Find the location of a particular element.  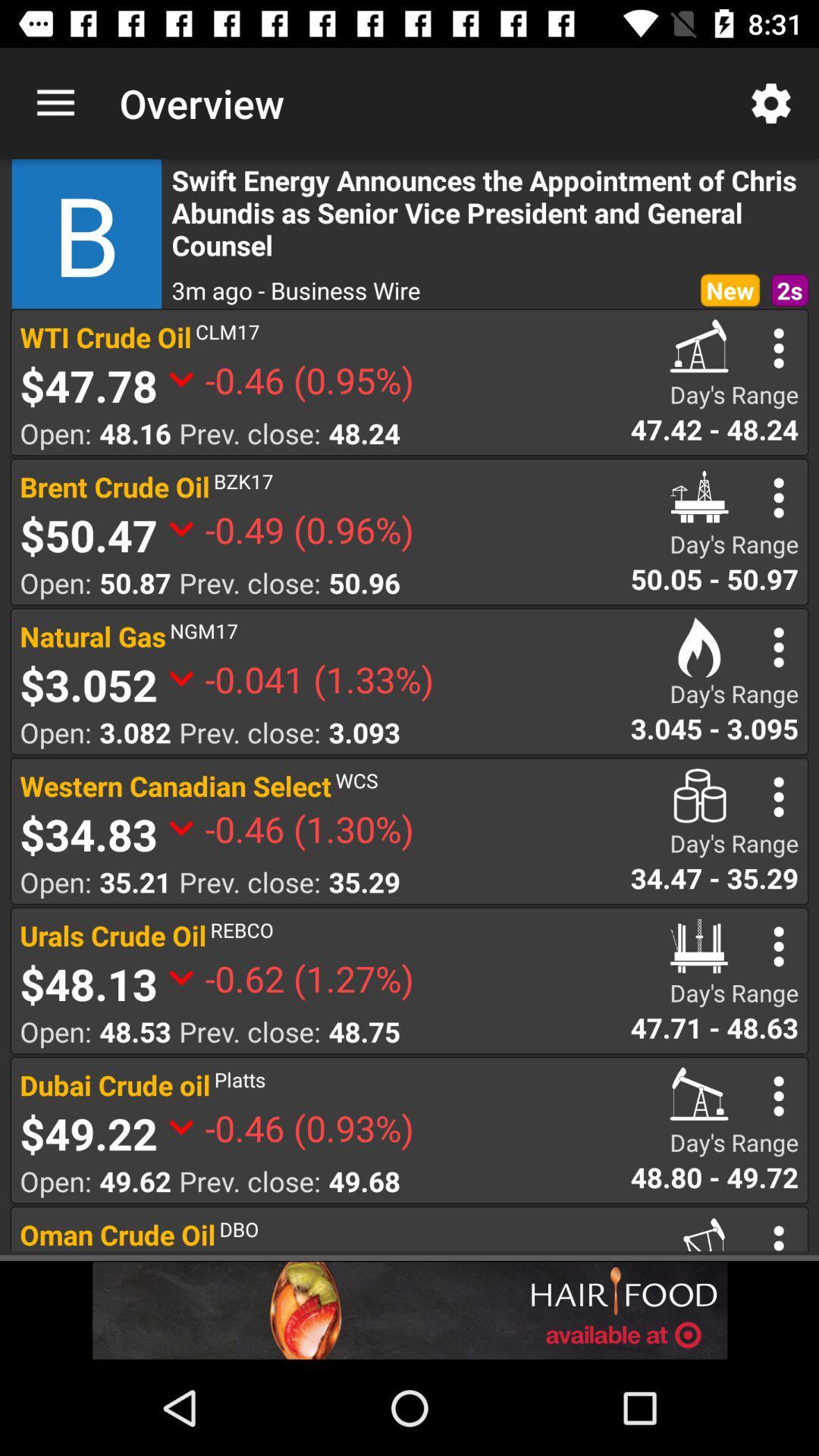

tap advertisement is located at coordinates (409, 1310).